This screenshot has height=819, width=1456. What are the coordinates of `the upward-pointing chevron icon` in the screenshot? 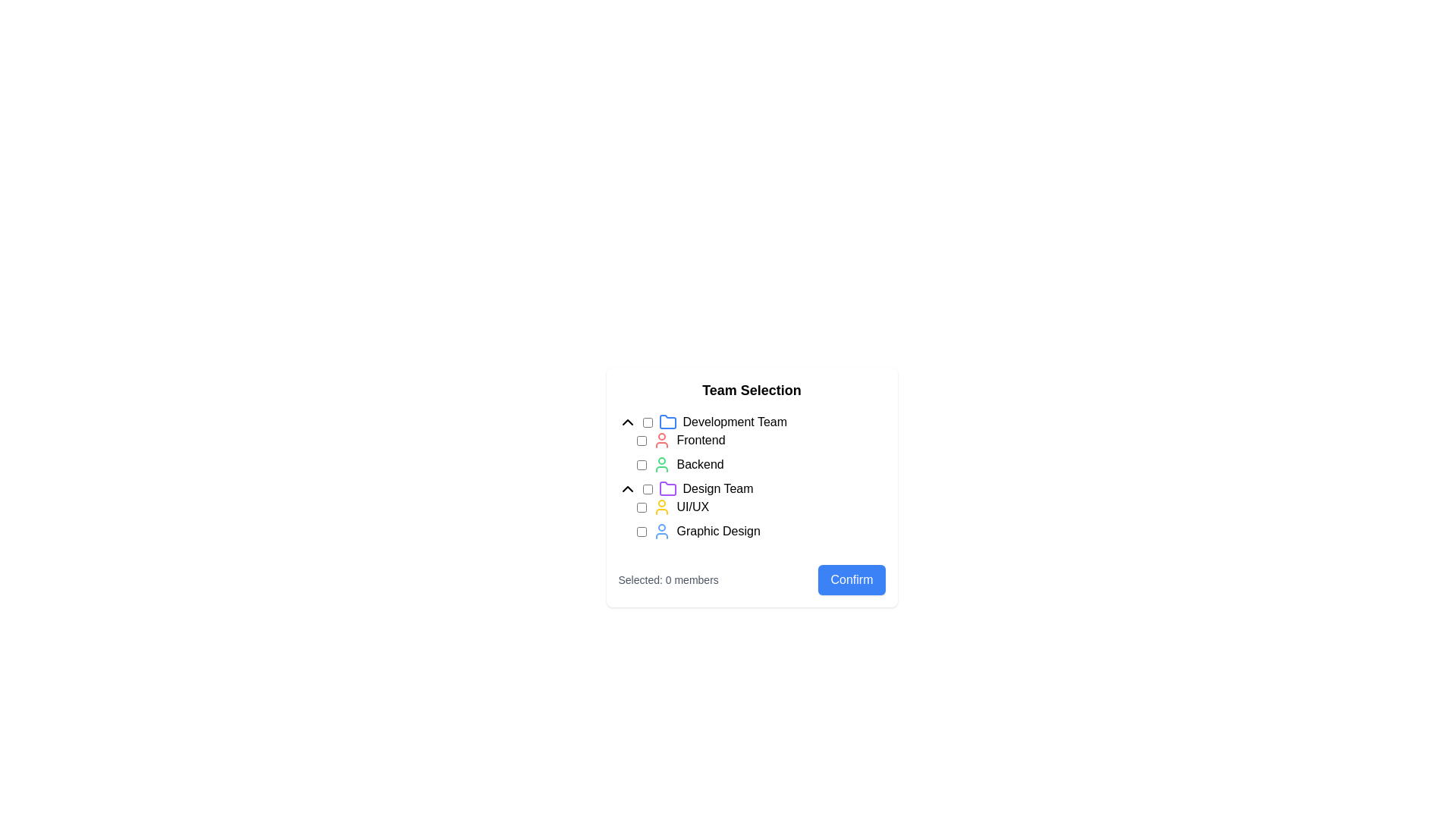 It's located at (627, 422).